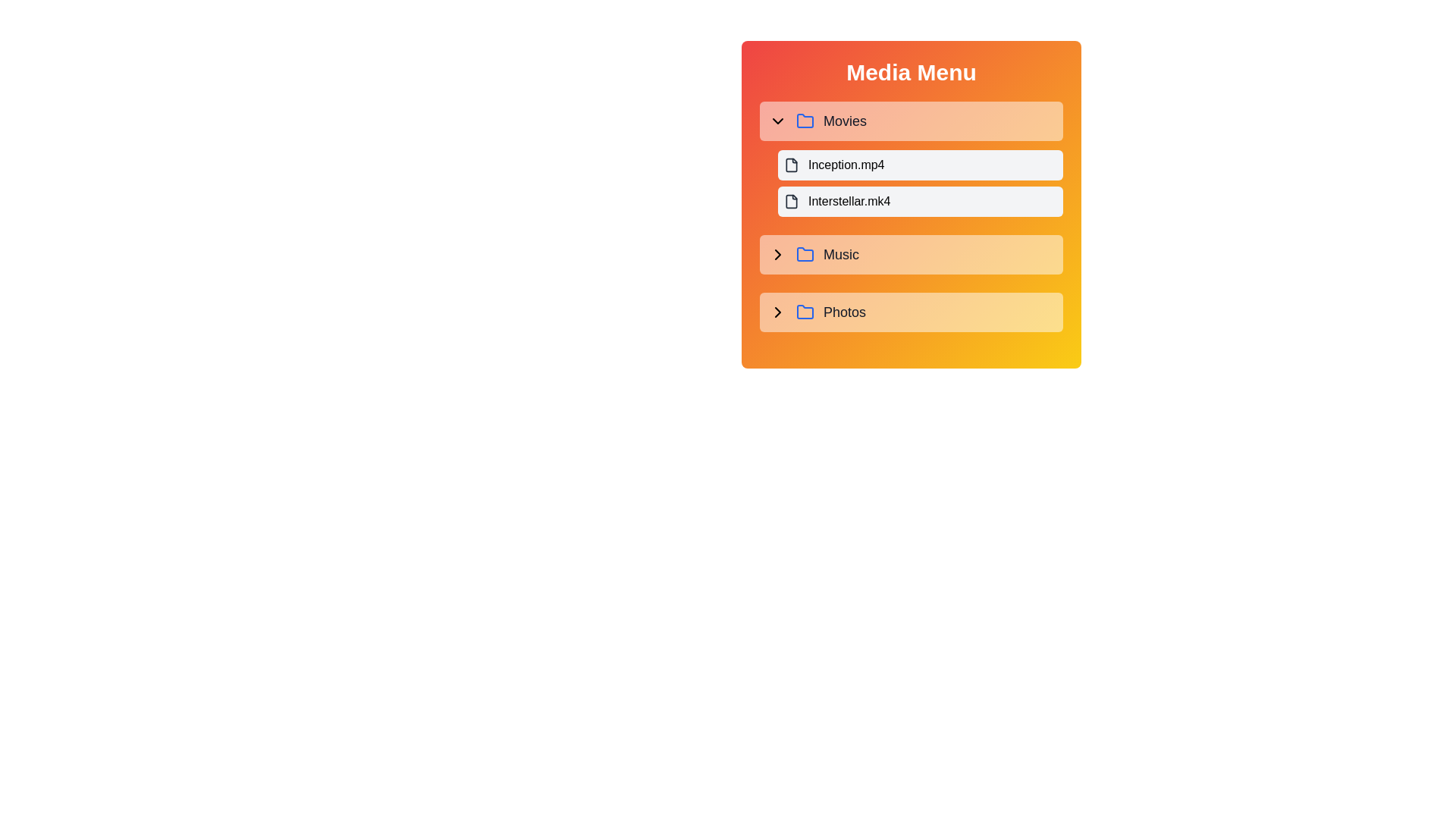 This screenshot has height=819, width=1456. Describe the element at coordinates (778, 253) in the screenshot. I see `the right-pointing chevron icon located to the left of the 'Music' text` at that location.